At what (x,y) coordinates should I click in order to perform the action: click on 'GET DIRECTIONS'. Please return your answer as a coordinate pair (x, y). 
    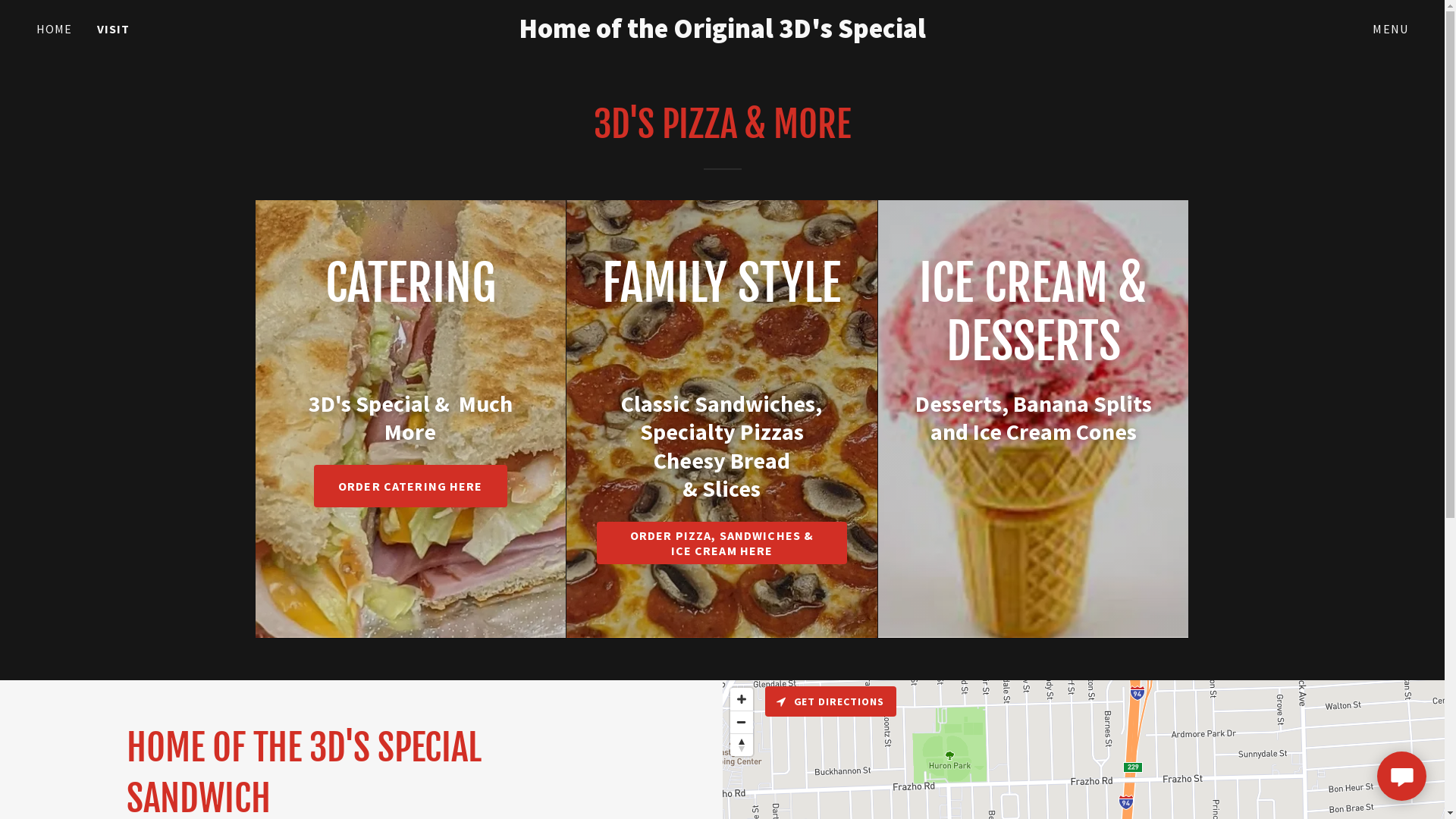
    Looking at the image, I should click on (764, 701).